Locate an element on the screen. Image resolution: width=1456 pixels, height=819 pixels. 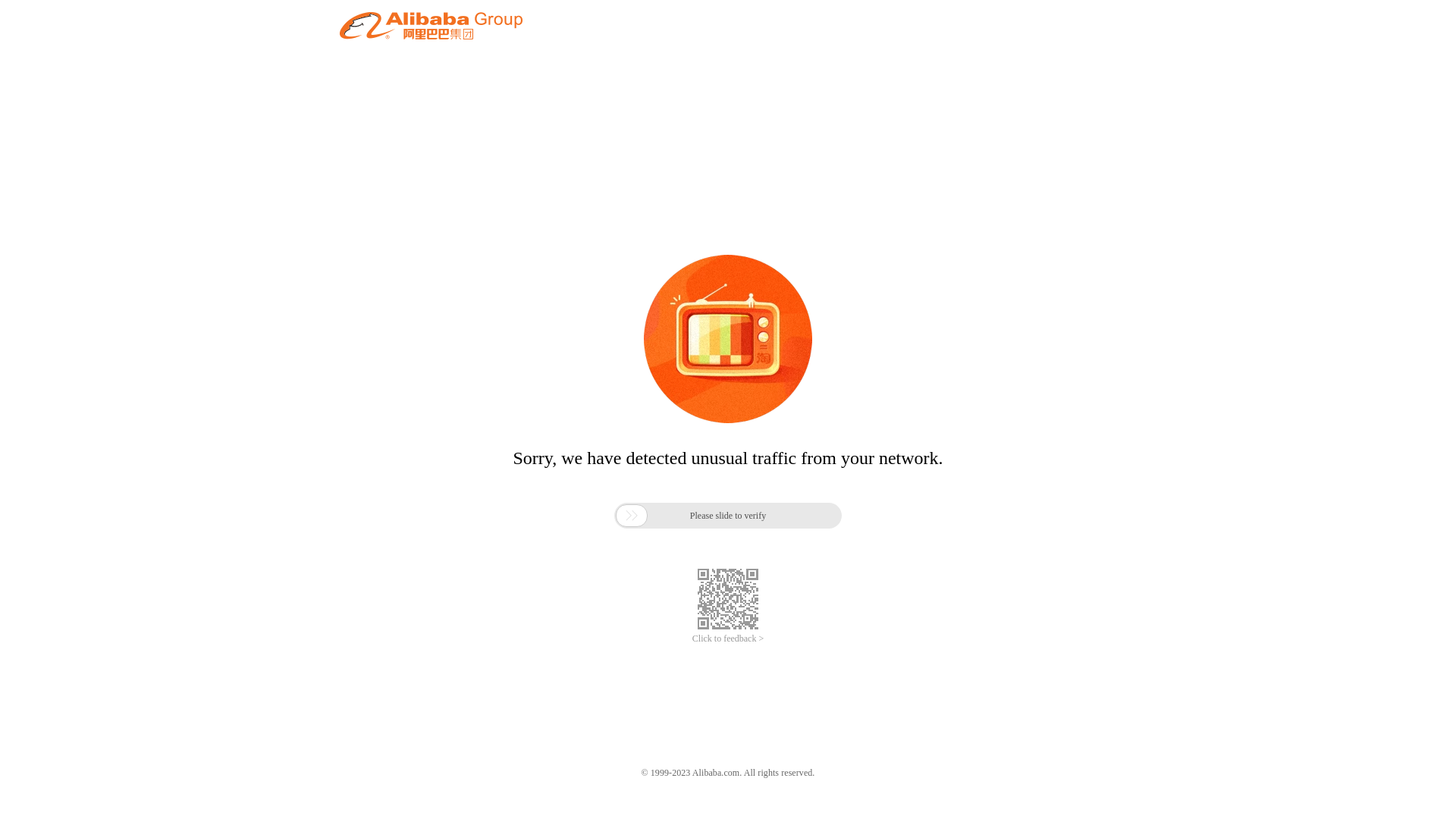
'Click to feedback >' is located at coordinates (728, 639).